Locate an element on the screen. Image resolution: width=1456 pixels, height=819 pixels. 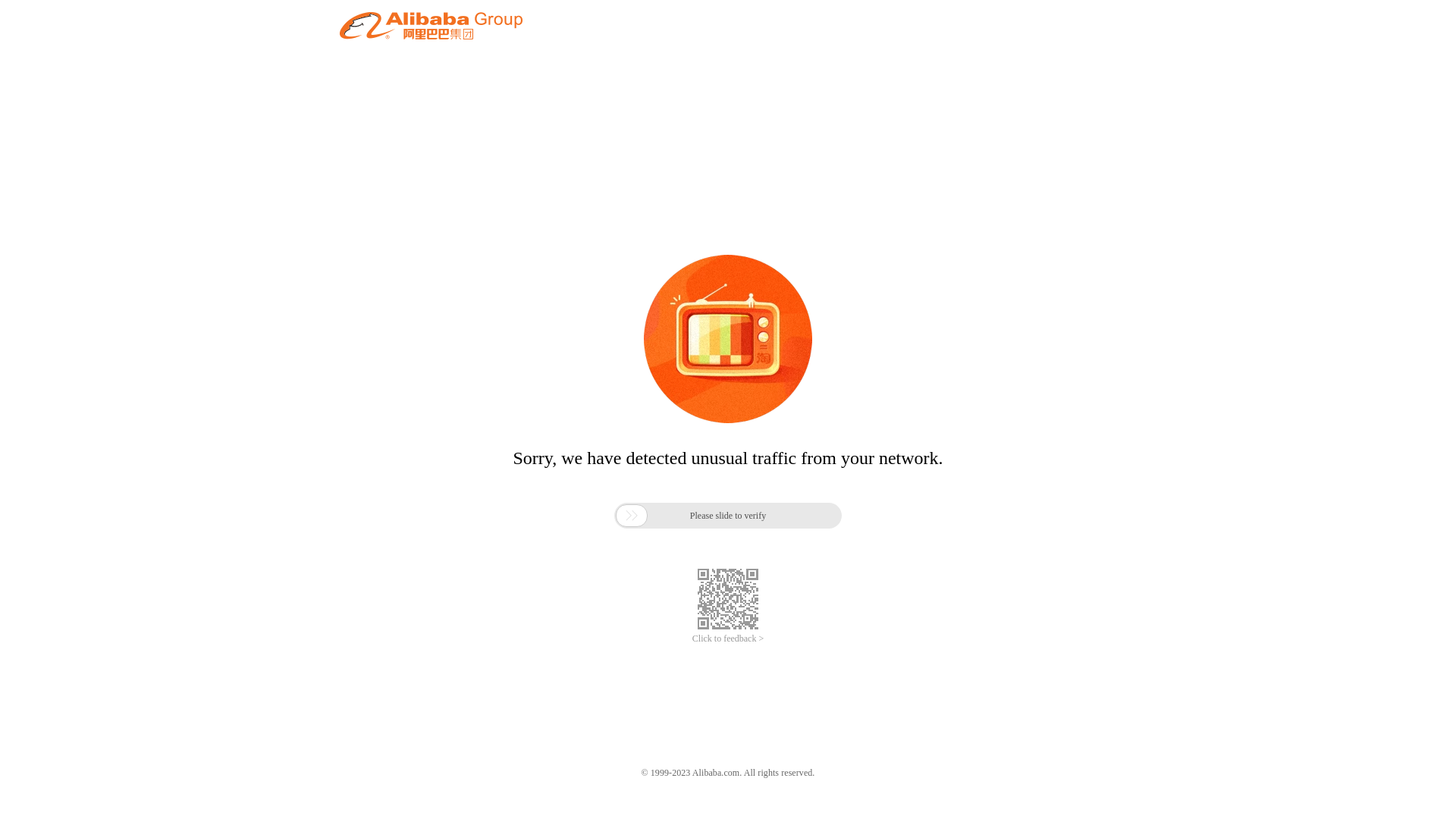
'Click to feedback >' is located at coordinates (728, 639).